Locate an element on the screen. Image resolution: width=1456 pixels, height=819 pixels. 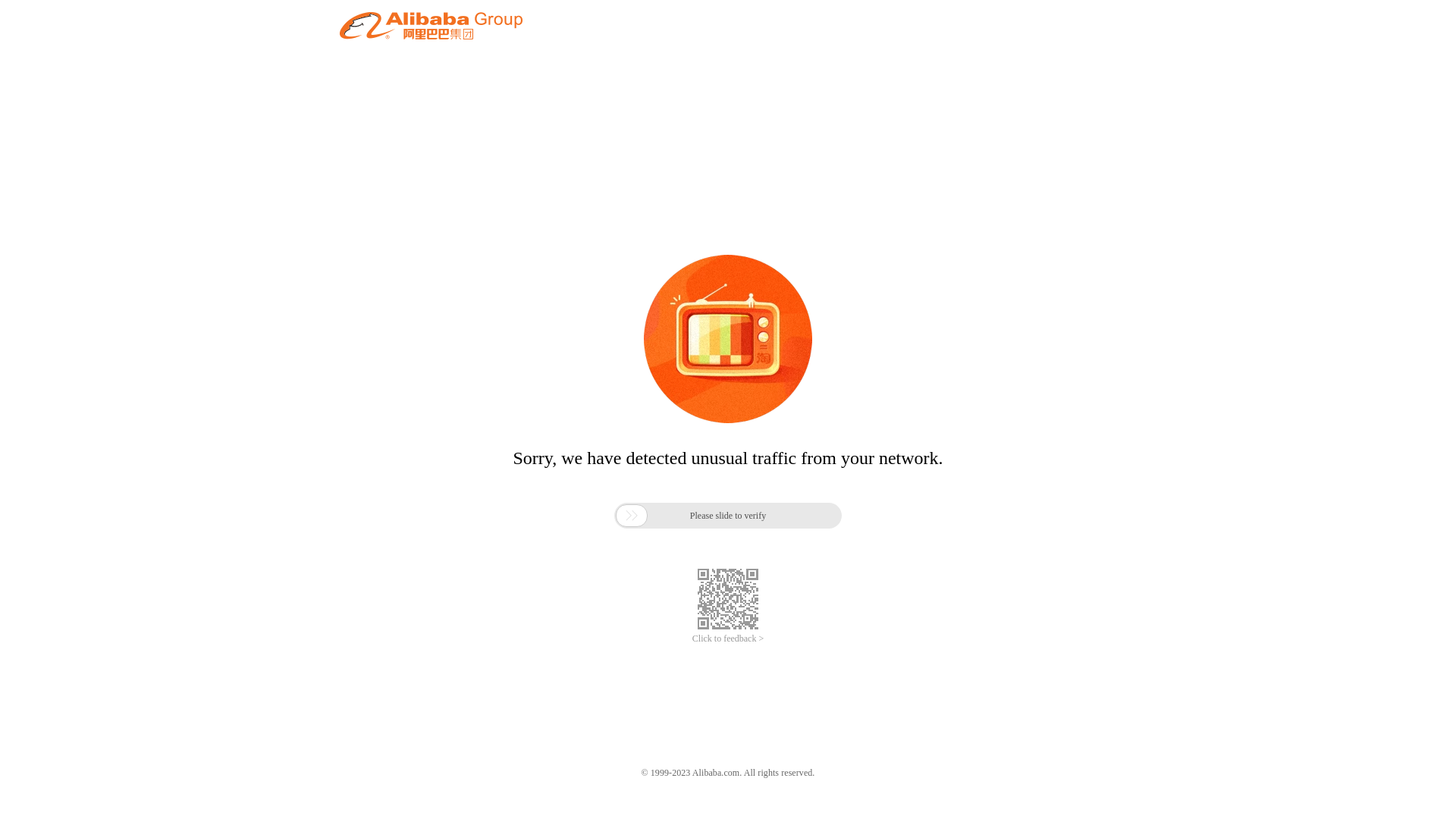
'Click to feedback >' is located at coordinates (728, 639).